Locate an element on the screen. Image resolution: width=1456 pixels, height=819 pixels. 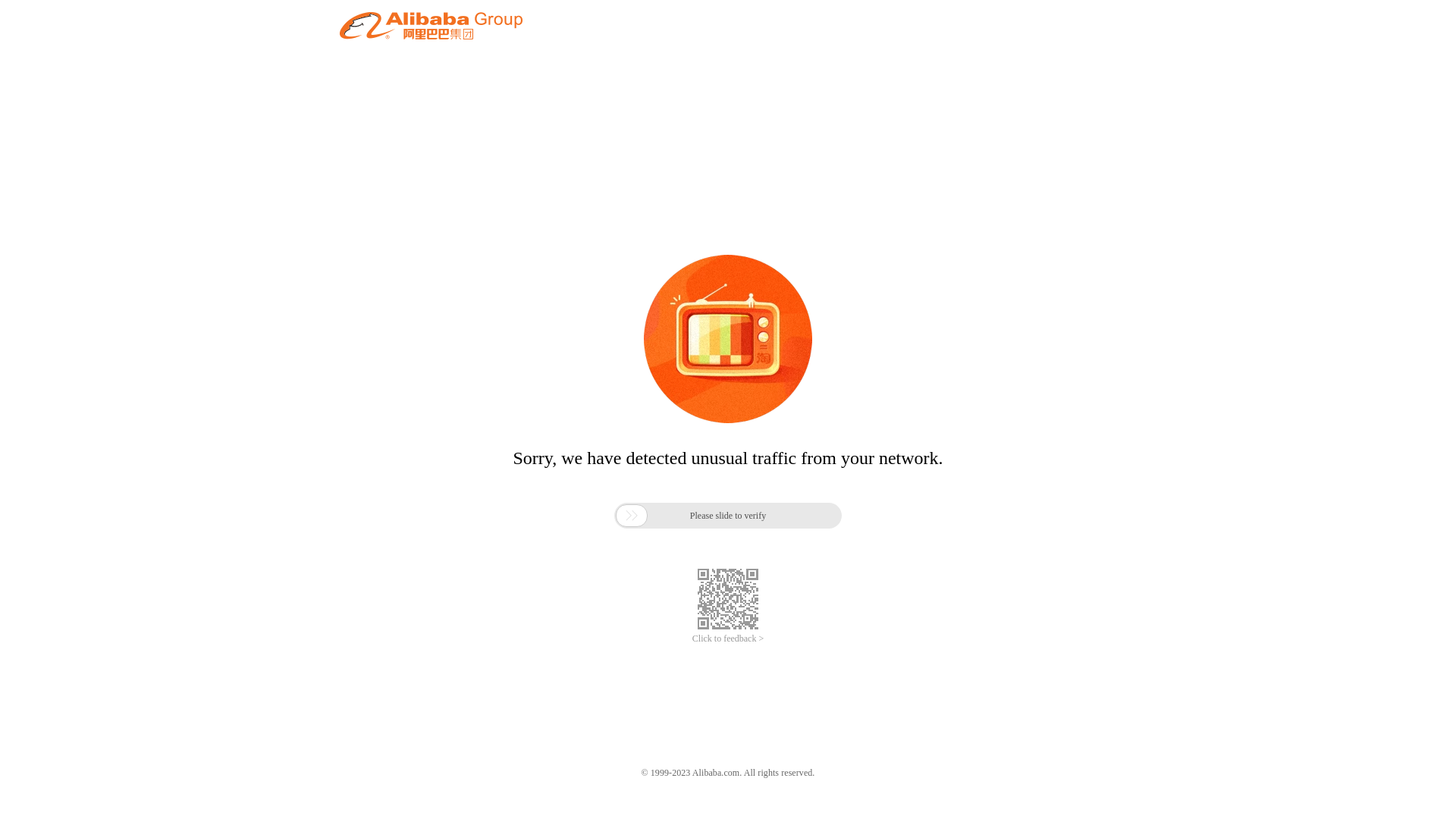
'Click to feedback >' is located at coordinates (728, 639).